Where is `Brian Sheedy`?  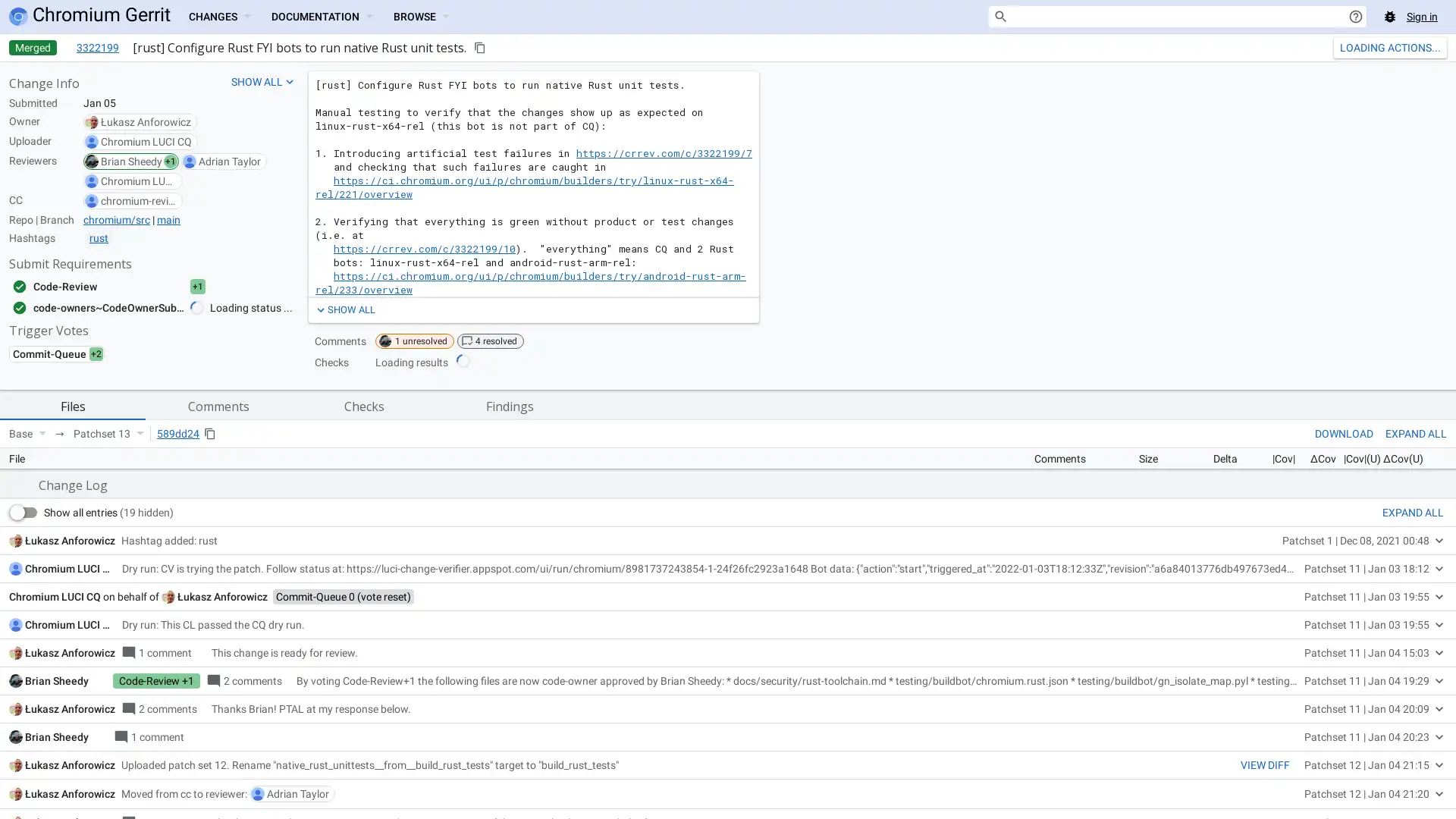 Brian Sheedy is located at coordinates (131, 161).